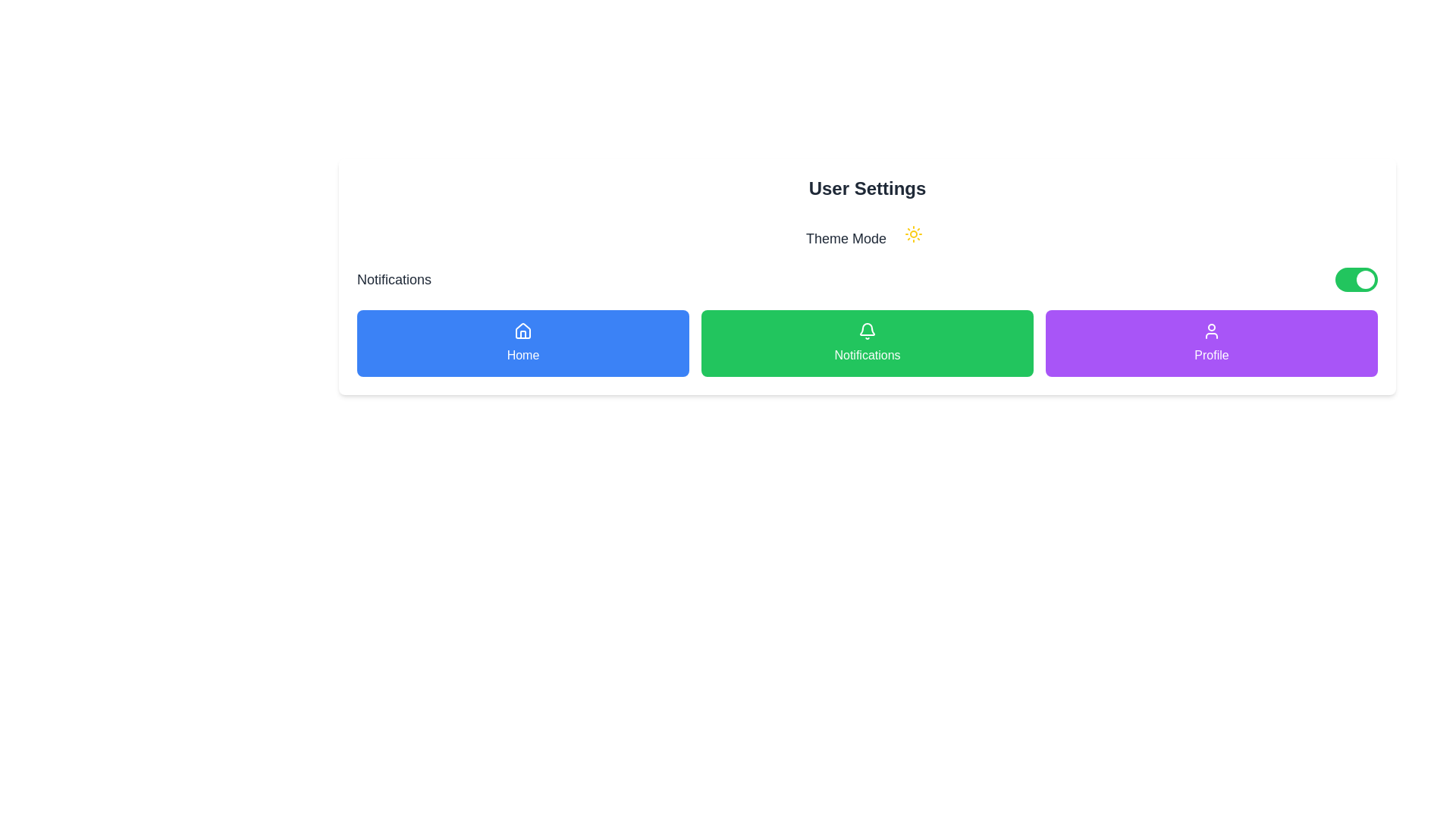  Describe the element at coordinates (912, 234) in the screenshot. I see `the toggleable button for visual theme settings located to the right of the 'Theme Mode' text in the 'User Settings' section` at that location.